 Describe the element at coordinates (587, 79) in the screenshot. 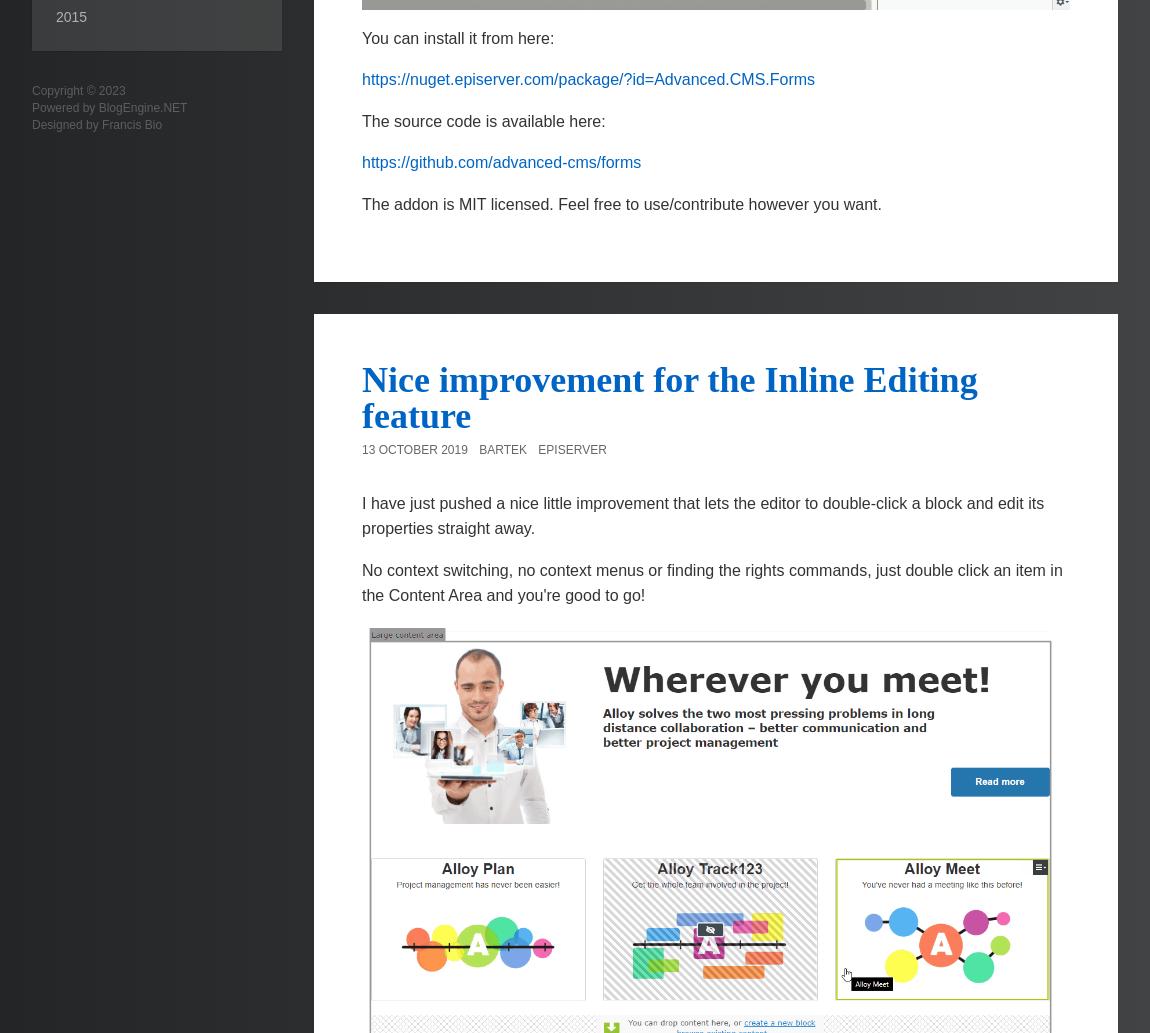

I see `'https://nuget.episerver.com/package/?id=Advanced.CMS.Forms'` at that location.